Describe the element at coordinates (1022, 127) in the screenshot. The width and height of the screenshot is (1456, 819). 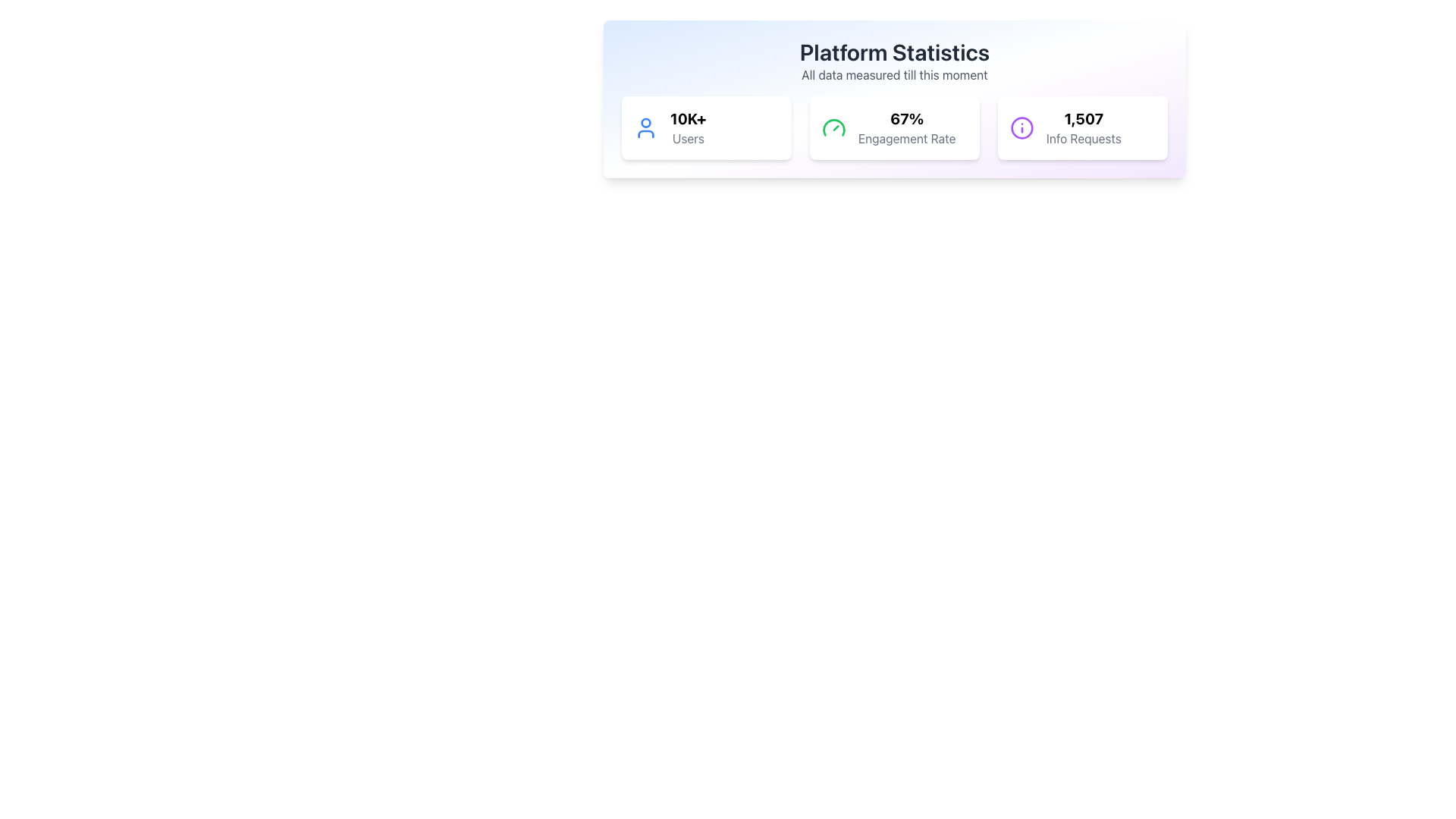
I see `the SVG circle element located in the "Info Requests" card, positioned to the right of the number "1,507"` at that location.